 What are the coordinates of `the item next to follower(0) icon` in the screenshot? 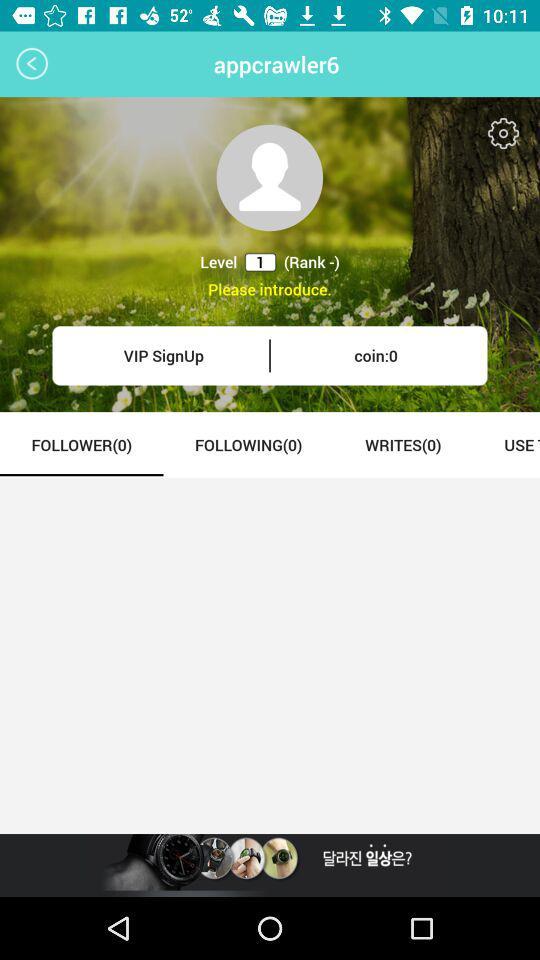 It's located at (248, 444).